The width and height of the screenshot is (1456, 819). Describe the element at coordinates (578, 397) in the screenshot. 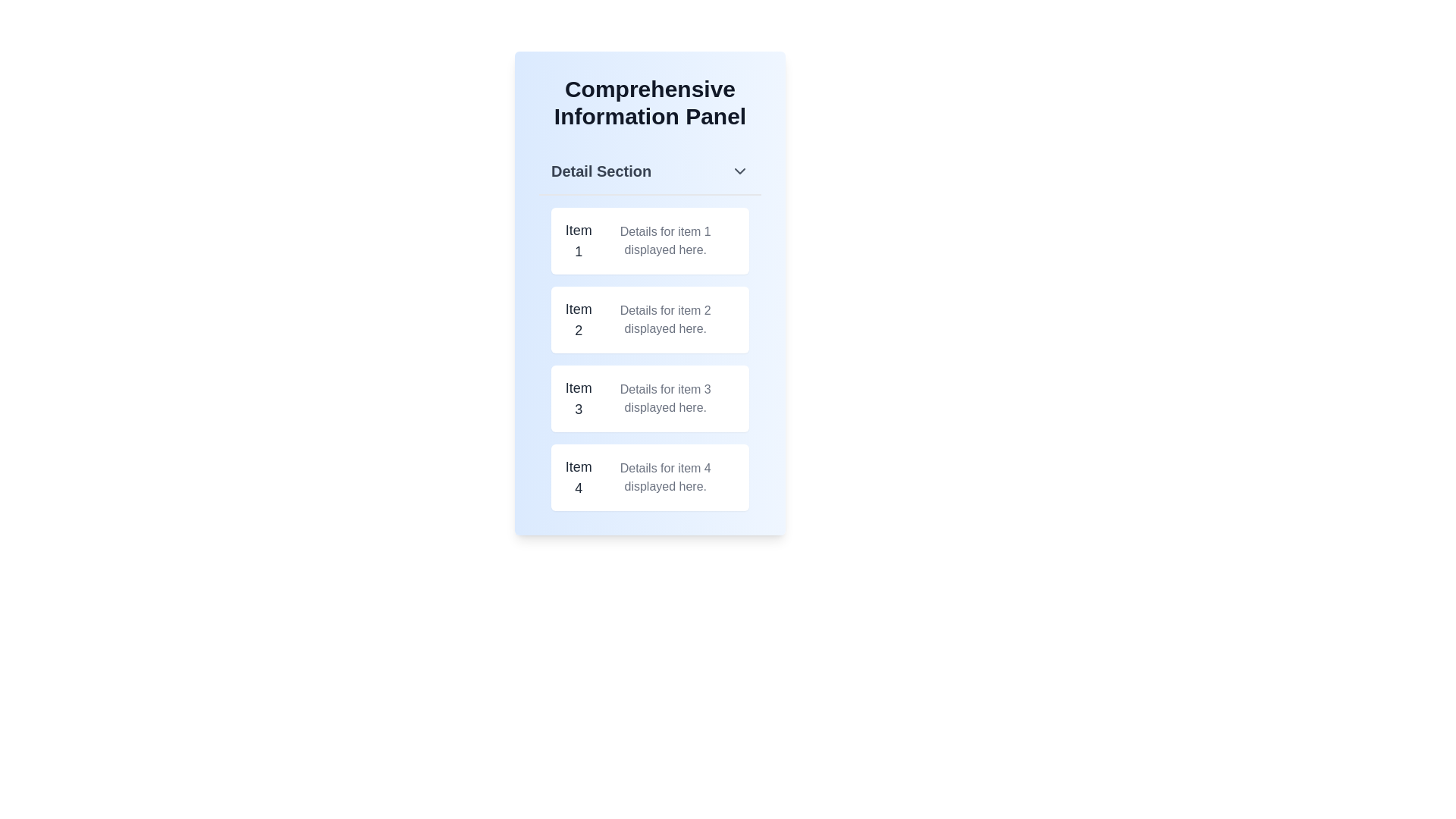

I see `the text label reading 'Item 3' which is styled with a larger font size and medium weight, located within a white rectangular card with rounded corners and light shadowing` at that location.